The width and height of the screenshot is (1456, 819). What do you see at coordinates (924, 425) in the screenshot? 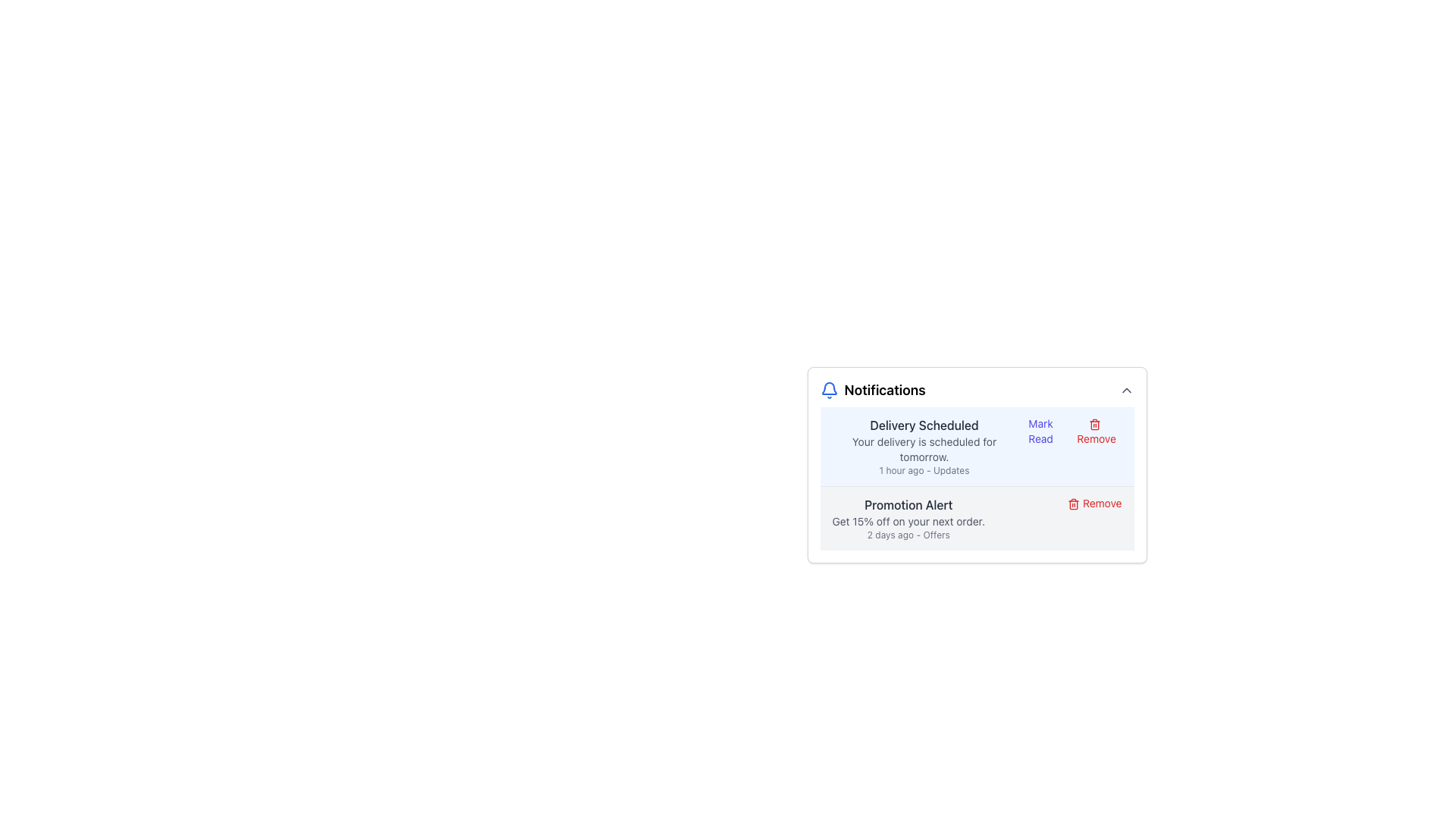
I see `text from the 'Delivery Scheduled' text label, which is styled in medium-weight dark gray font and positioned at the top of the notification card` at bounding box center [924, 425].